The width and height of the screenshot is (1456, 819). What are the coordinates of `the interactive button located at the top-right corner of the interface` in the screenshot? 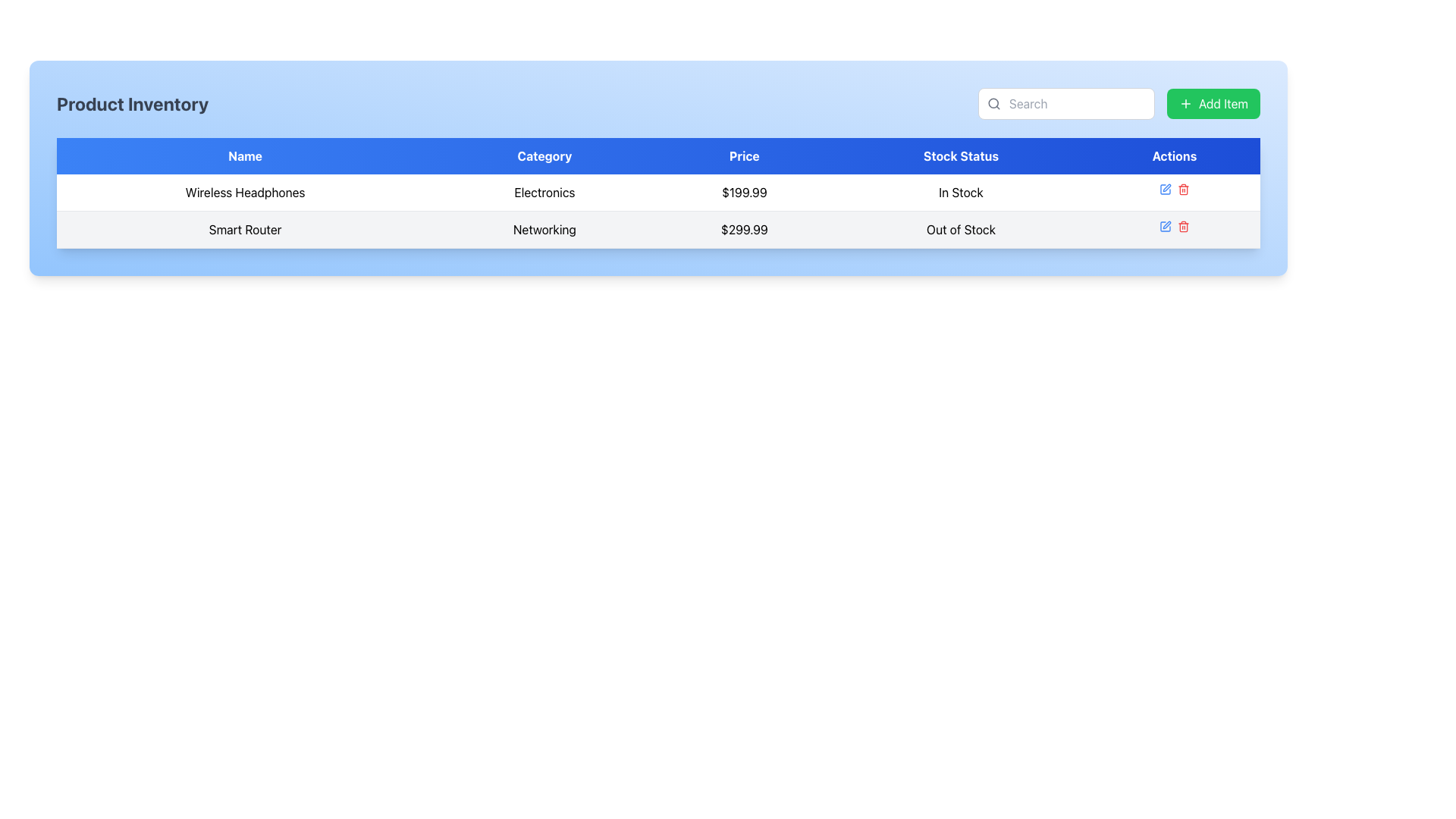 It's located at (1213, 103).